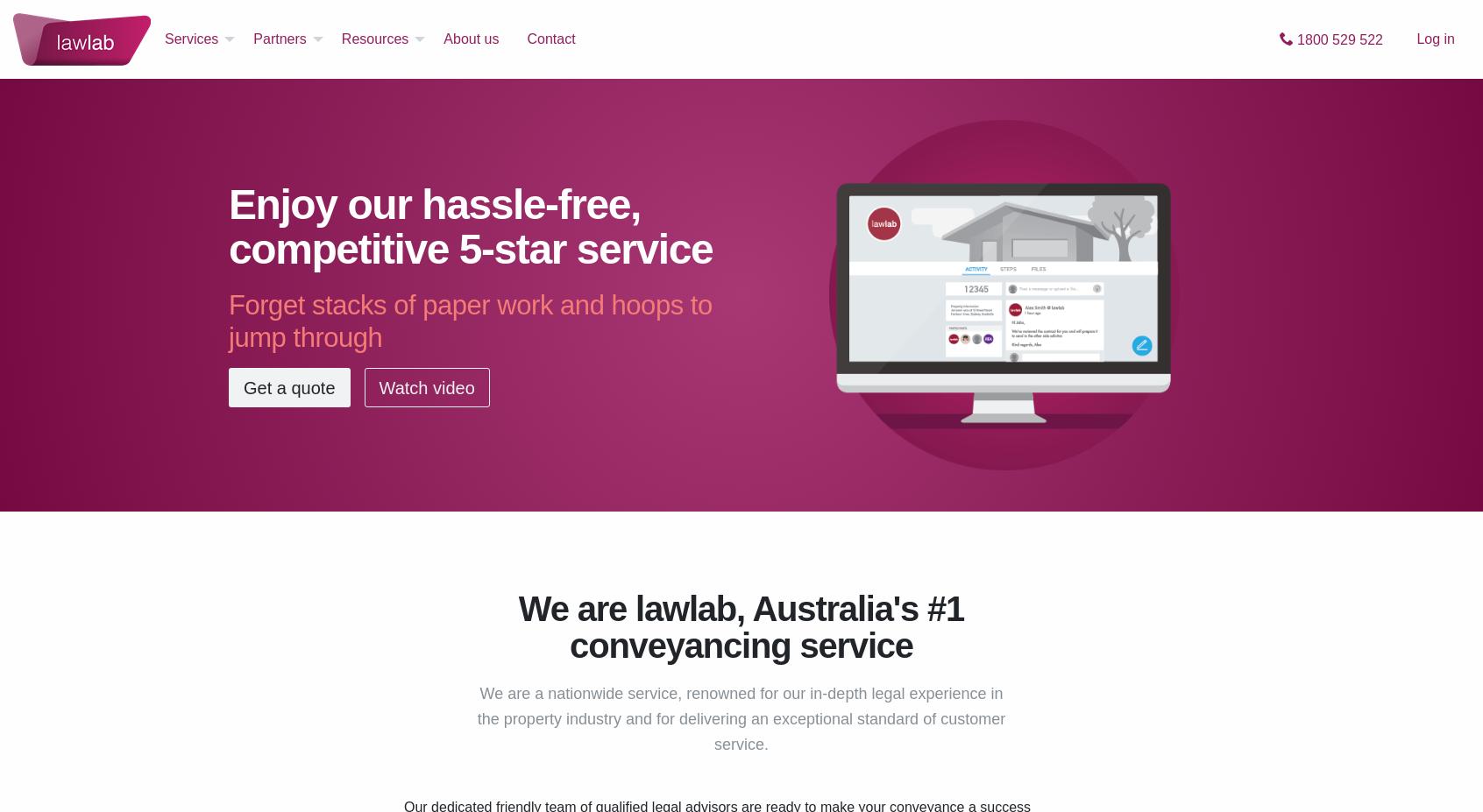  I want to click on 'Partners', so click(278, 38).